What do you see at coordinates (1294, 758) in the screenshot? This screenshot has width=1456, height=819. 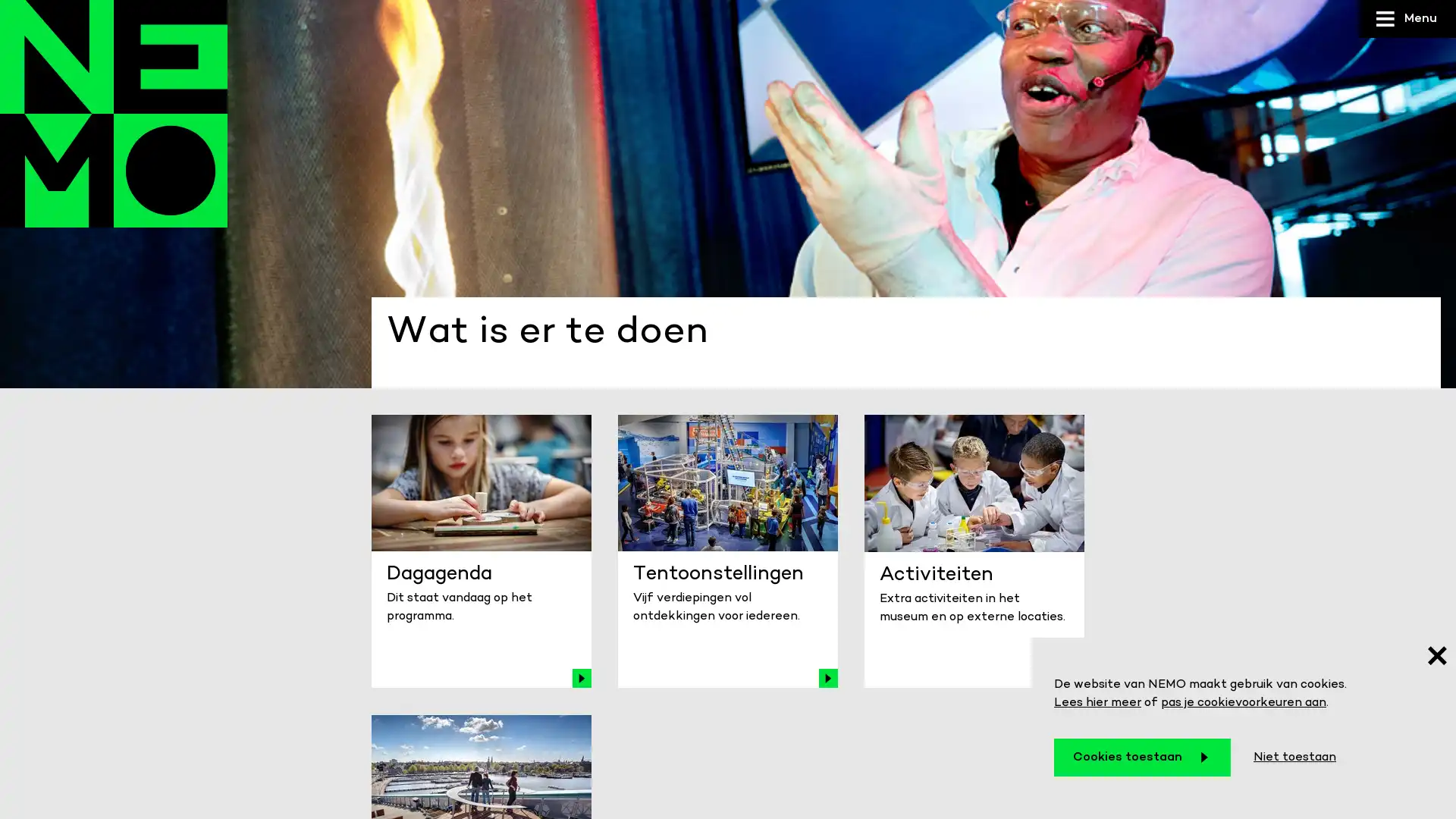 I see `Niet toestaan` at bounding box center [1294, 758].